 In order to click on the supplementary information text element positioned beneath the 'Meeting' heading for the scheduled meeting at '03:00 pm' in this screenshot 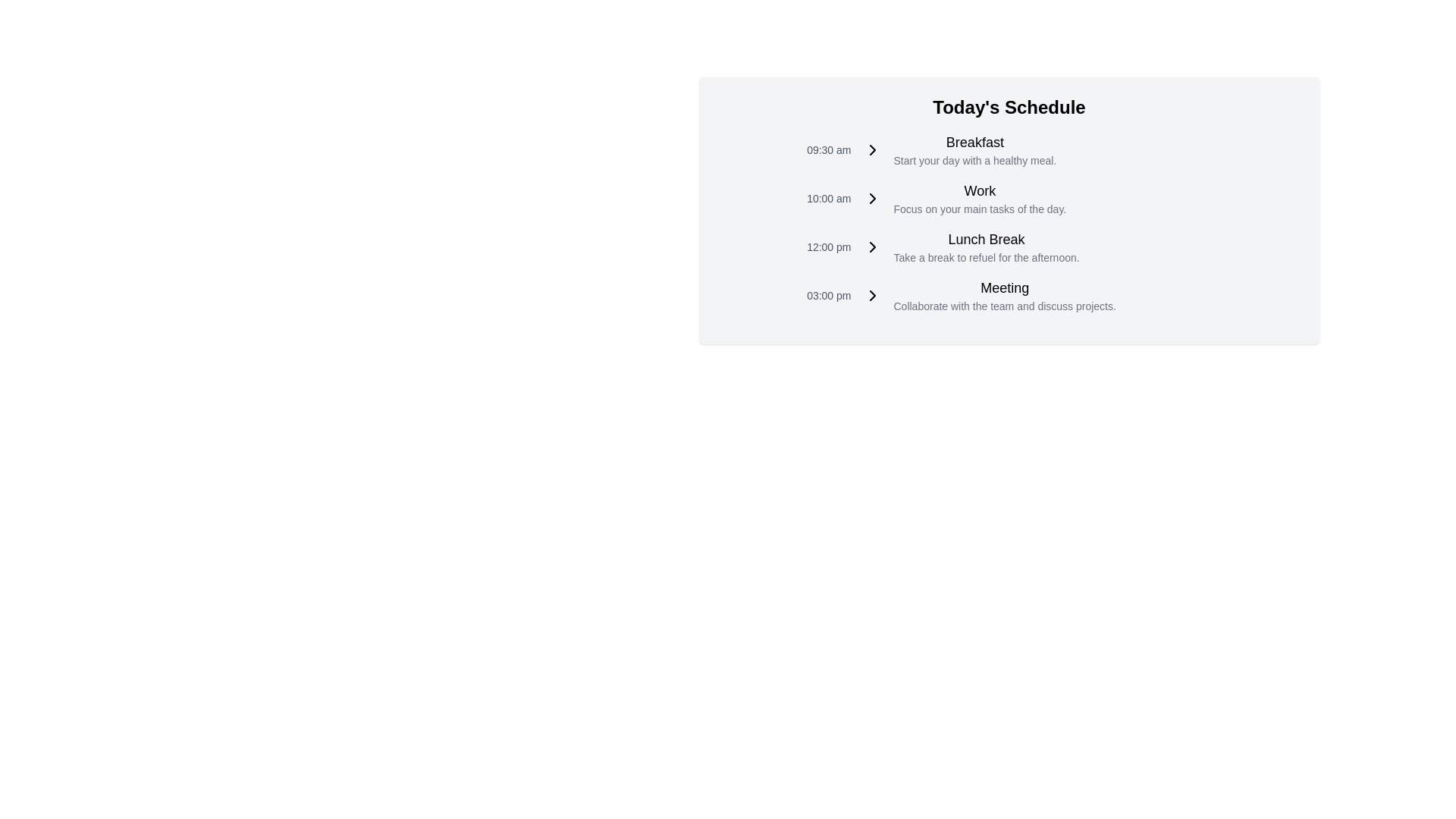, I will do `click(1005, 306)`.